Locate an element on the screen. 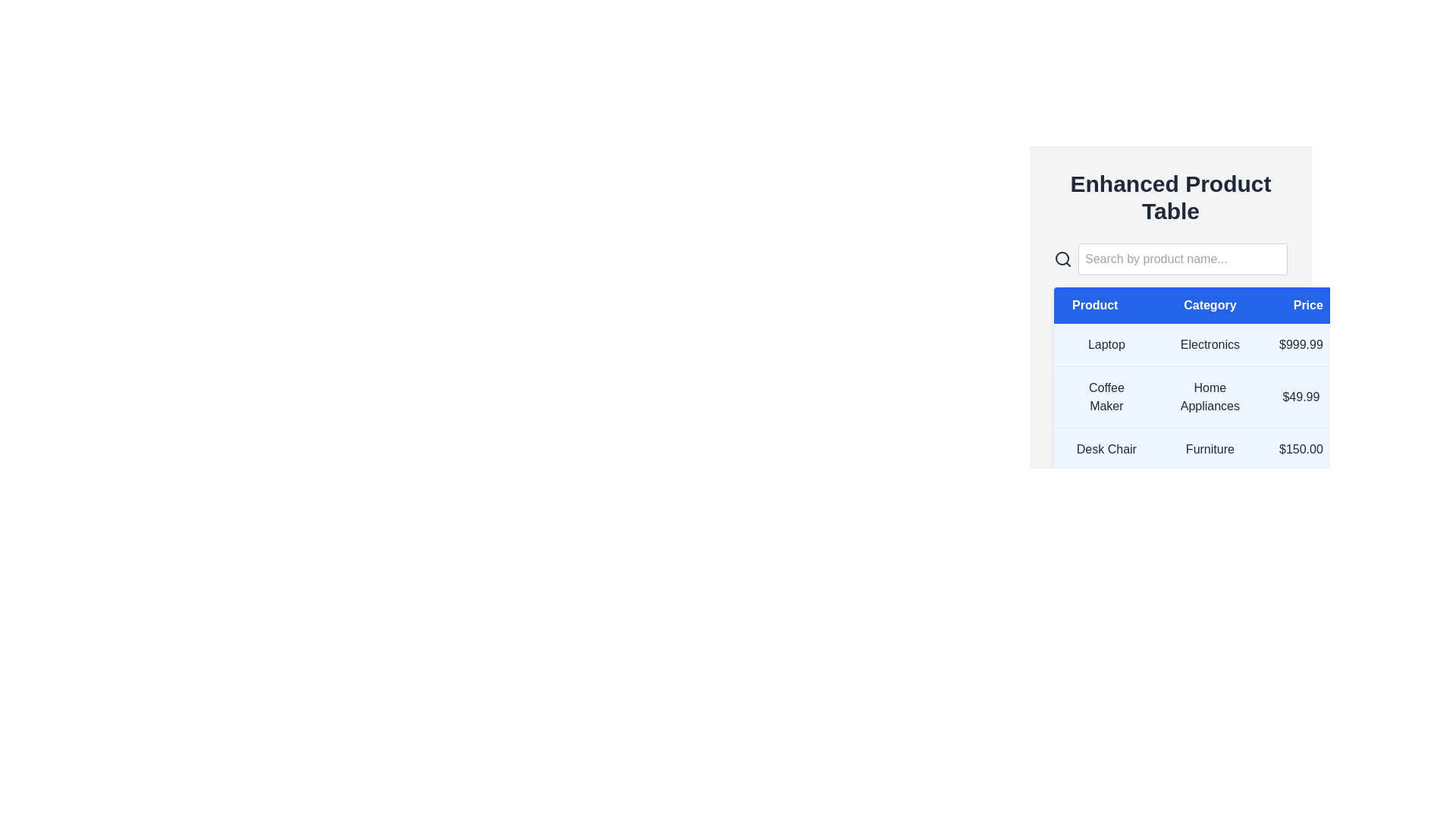  the text label displaying the product name 'Laptop' located in the first row of the table under the 'Product' column is located at coordinates (1106, 345).